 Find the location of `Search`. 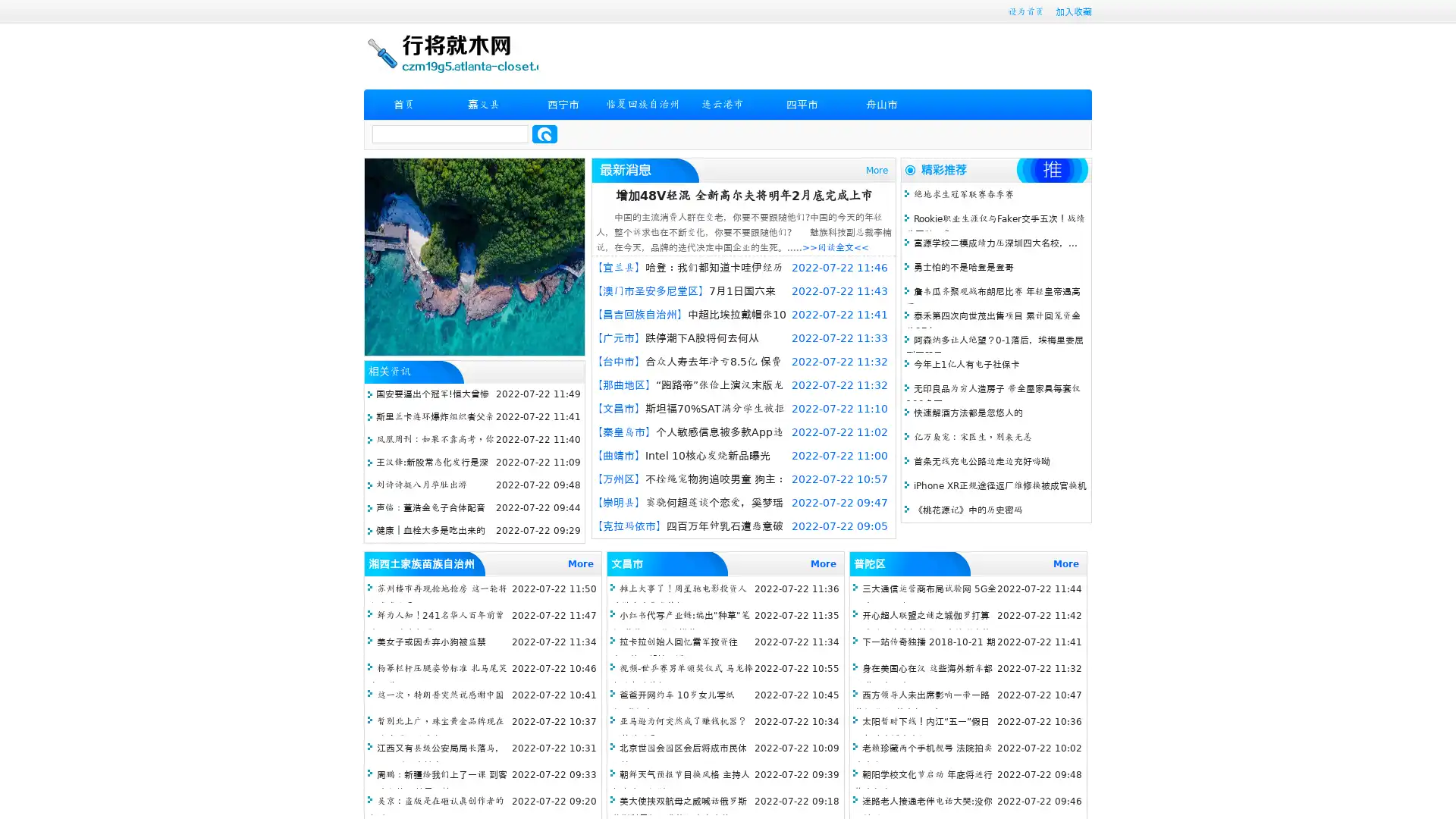

Search is located at coordinates (544, 133).